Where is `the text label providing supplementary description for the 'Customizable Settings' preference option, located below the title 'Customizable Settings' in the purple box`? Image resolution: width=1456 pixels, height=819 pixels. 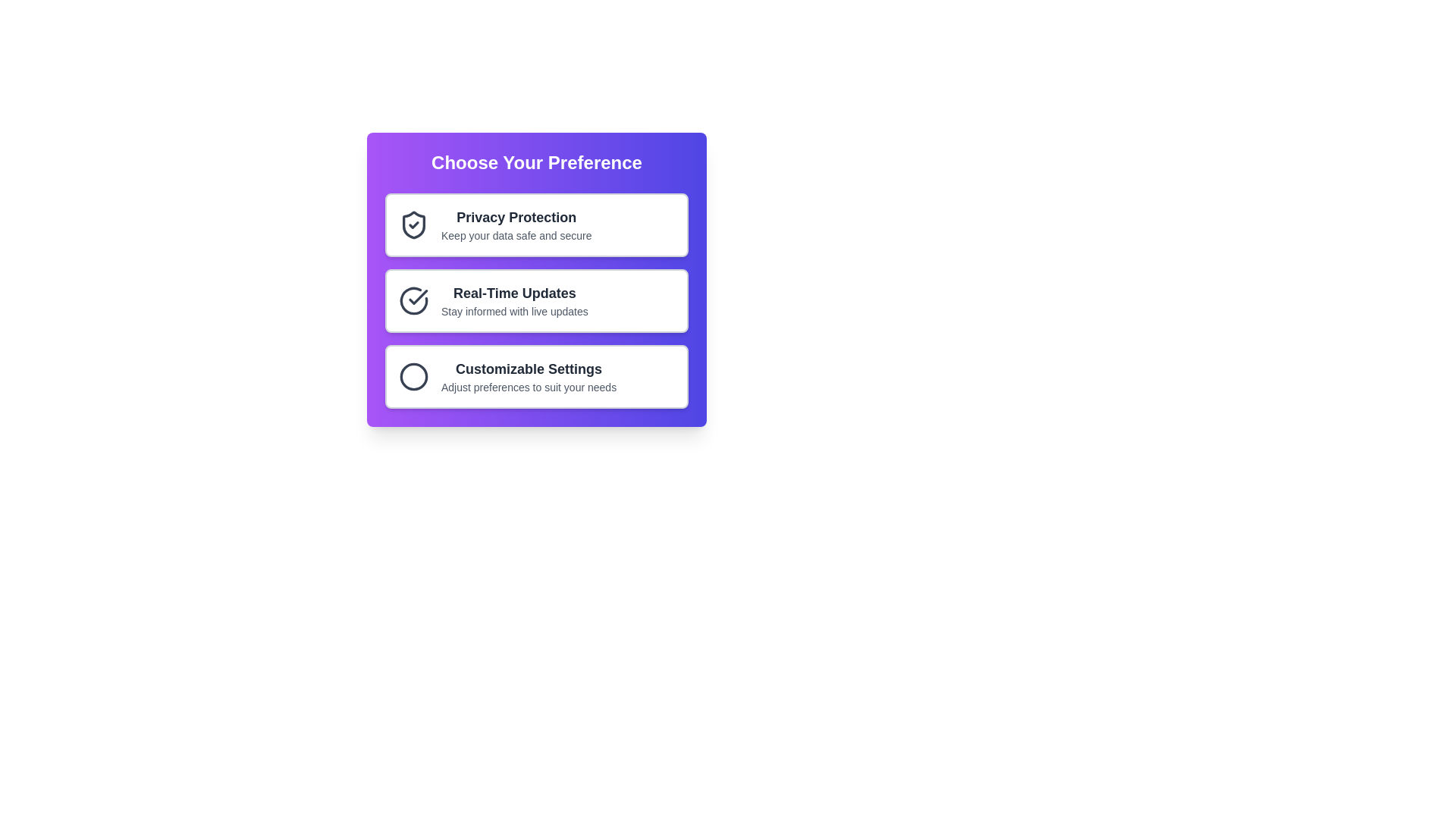 the text label providing supplementary description for the 'Customizable Settings' preference option, located below the title 'Customizable Settings' in the purple box is located at coordinates (529, 386).